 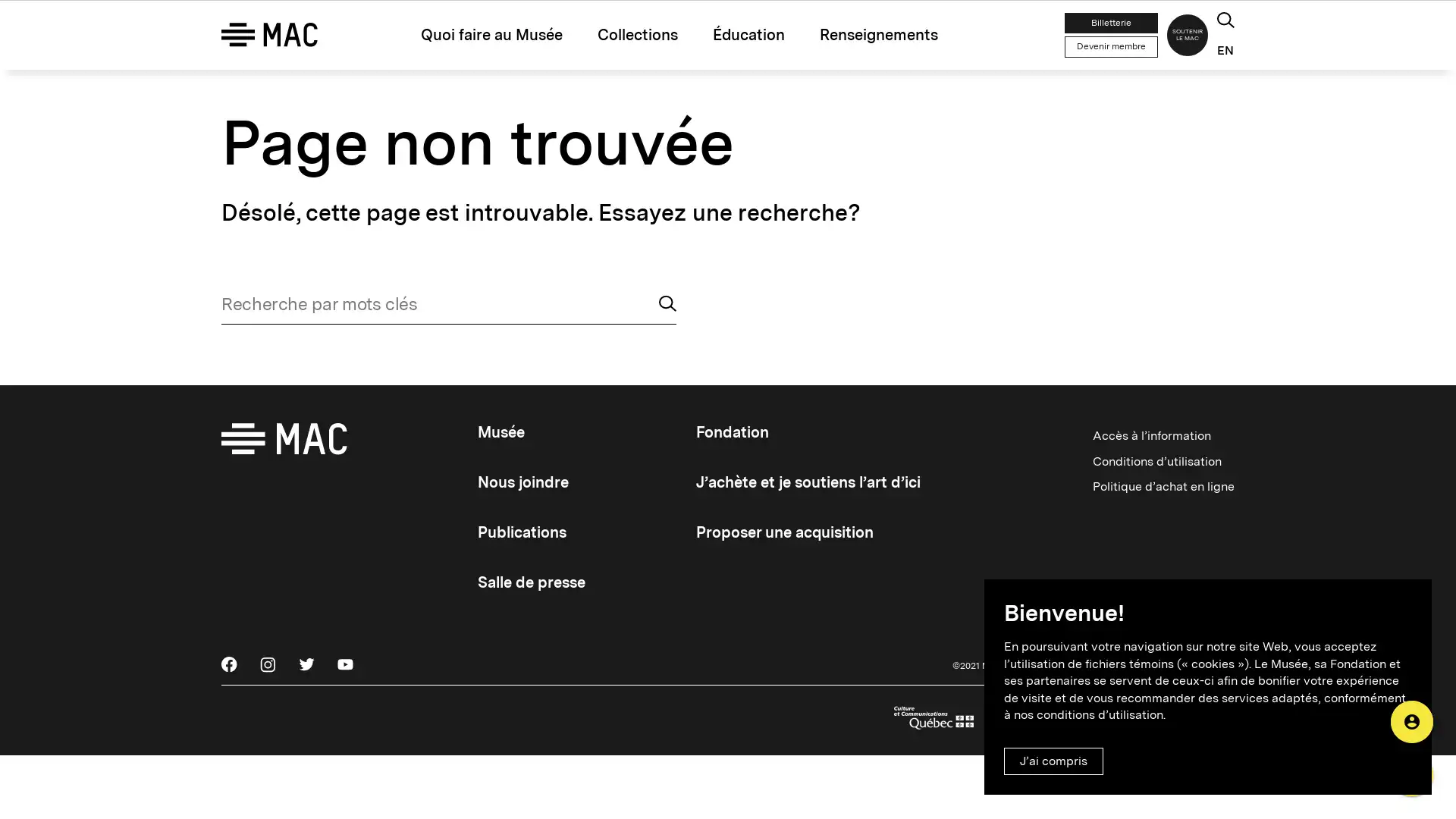 I want to click on Jai compris, so click(x=1053, y=761).